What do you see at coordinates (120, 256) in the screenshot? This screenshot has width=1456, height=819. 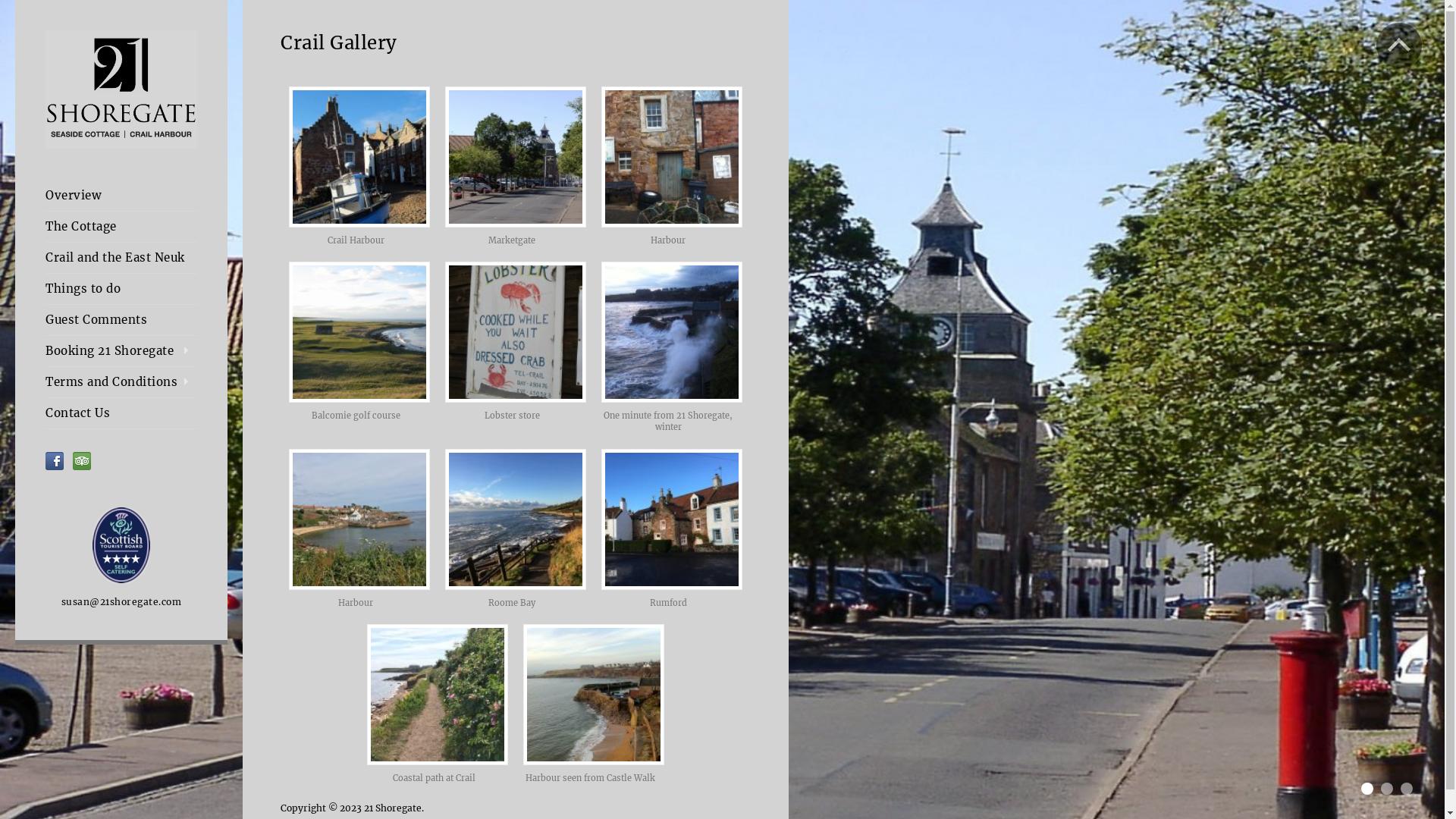 I see `'Crail and the East Neuk'` at bounding box center [120, 256].